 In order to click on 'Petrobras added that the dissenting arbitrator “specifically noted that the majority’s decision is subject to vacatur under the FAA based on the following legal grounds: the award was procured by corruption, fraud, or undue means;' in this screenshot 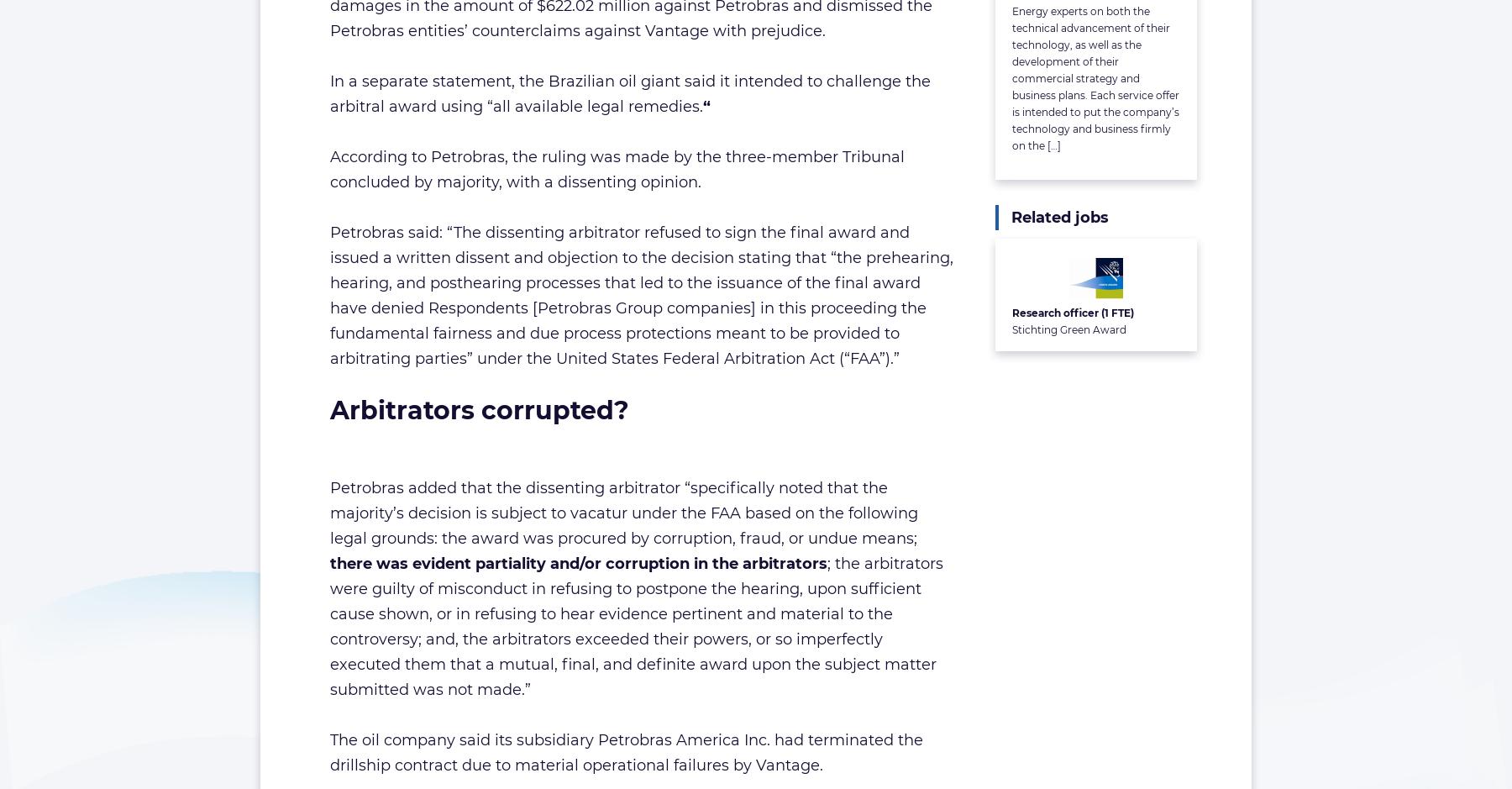, I will do `click(622, 512)`.